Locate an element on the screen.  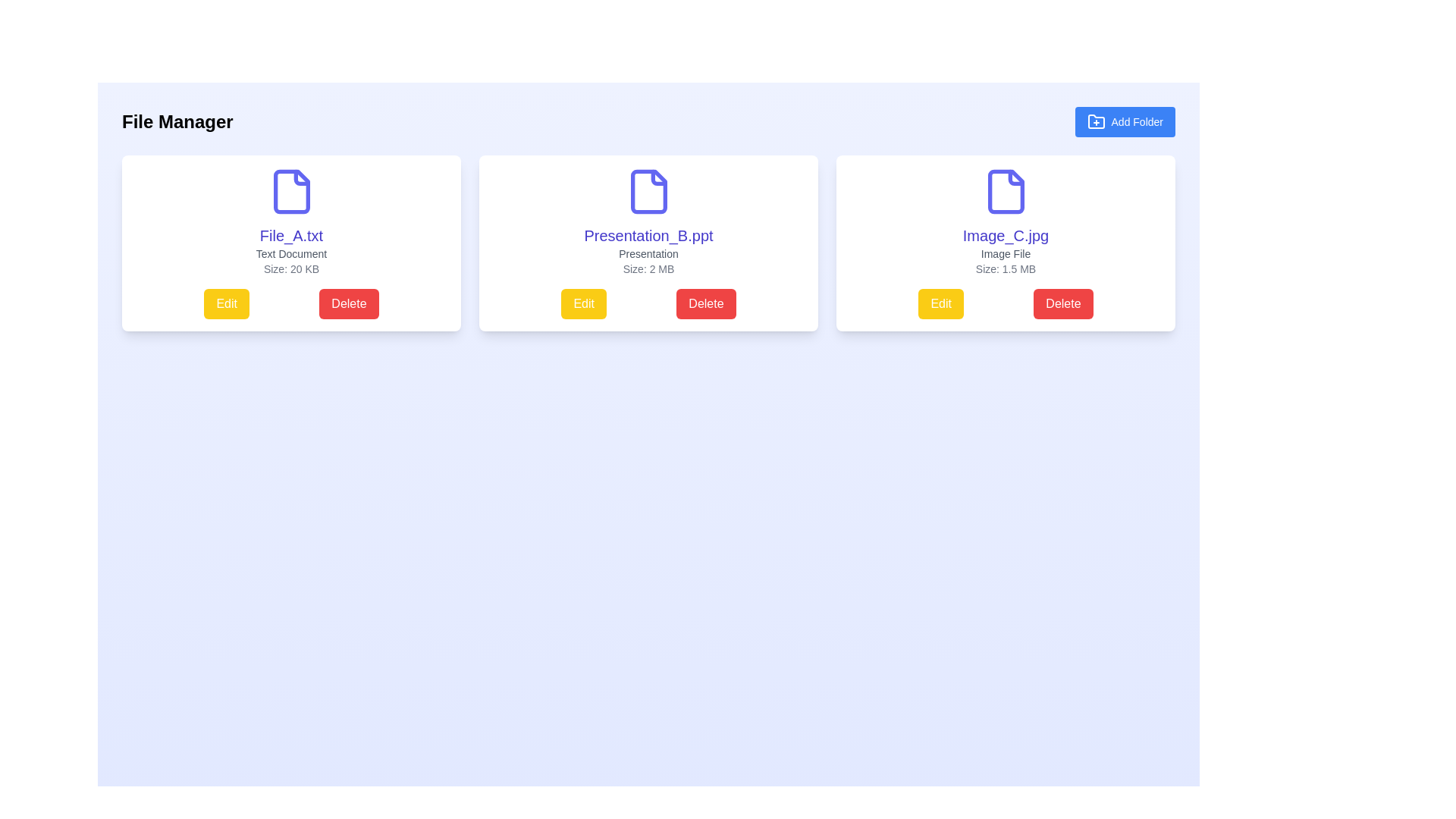
the static text label displaying 'Size: 20 KB', which is located beneath the 'Text Document' label in the lower-center region of the card for 'File_A.txt' is located at coordinates (291, 268).